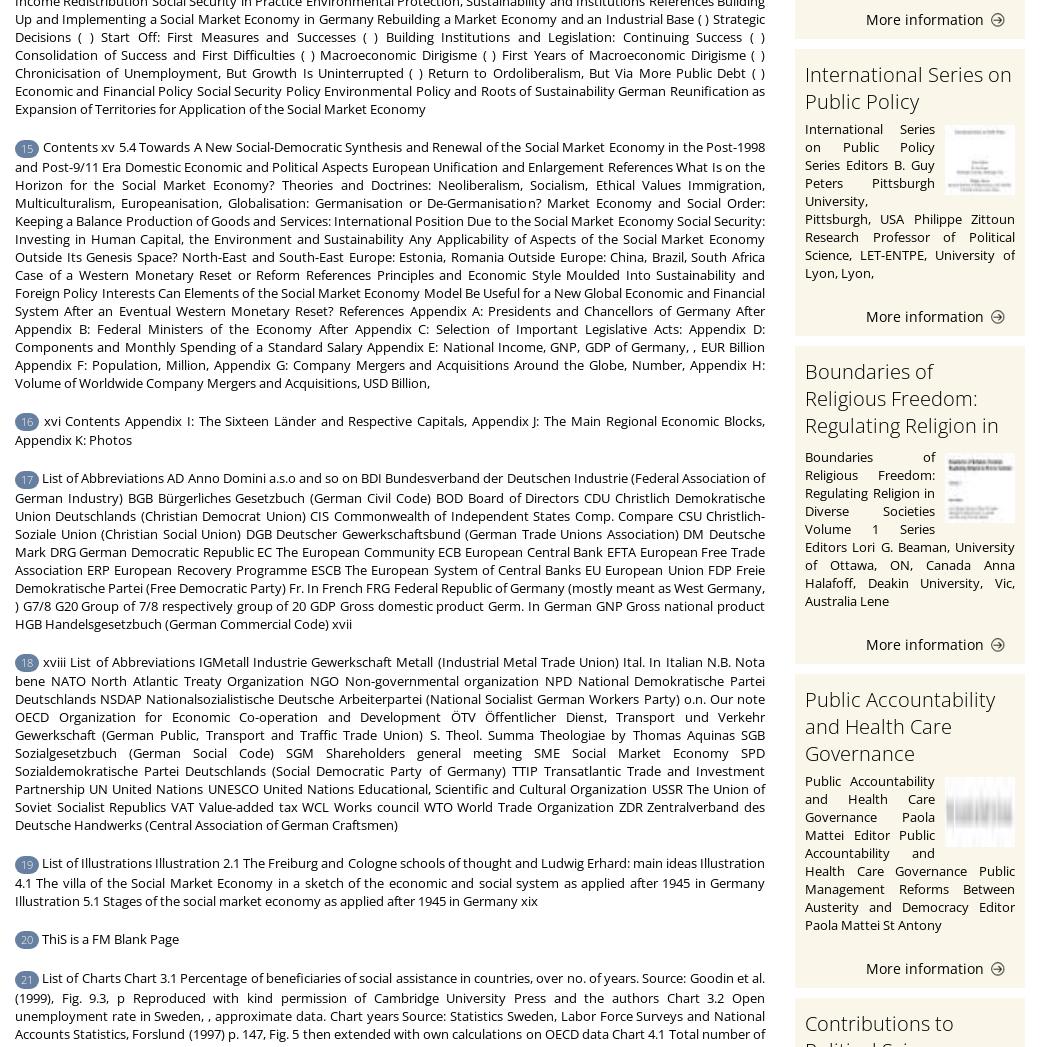  What do you see at coordinates (389, 550) in the screenshot?
I see `'List of Abbreviations AD Anno Domini a.s.o and so on BDI Bundesverband der Deutschen Industrie (Federal Association of German Industry) BGB Bürgerliches Gesetzbuch (German Civil Code) BOD Board of Directors CDU Christlich Demokratische Union Deutschlands (Christian Democrat Union) CIS Commonwealth of Independent States Comp. Compare CSU Christlich-Soziale Union (Christian Social Union) DGB Deutscher Gewerkschaftsbund (German Trade Unions Association) DM Deutsche Mark DRG German Democratic Republic EC The European Community ECB European Central Bank EFTA European Free Trade Association ERP European Recovery Programme ESCB The European System of Central Banks EU European Union FDP Freie Demokratische Partei (Free Democratic Party) Fr. In French FRG Federal Republic of Germany (mostly meant as West Germany, ) G7/8 G20 Group of 7/8 respectively group of 20 GDP Gross domestic product Germ. In German GNP Gross national product HGB Handelsgesetzbuch (German Commercial Code) xvii'` at bounding box center [389, 550].